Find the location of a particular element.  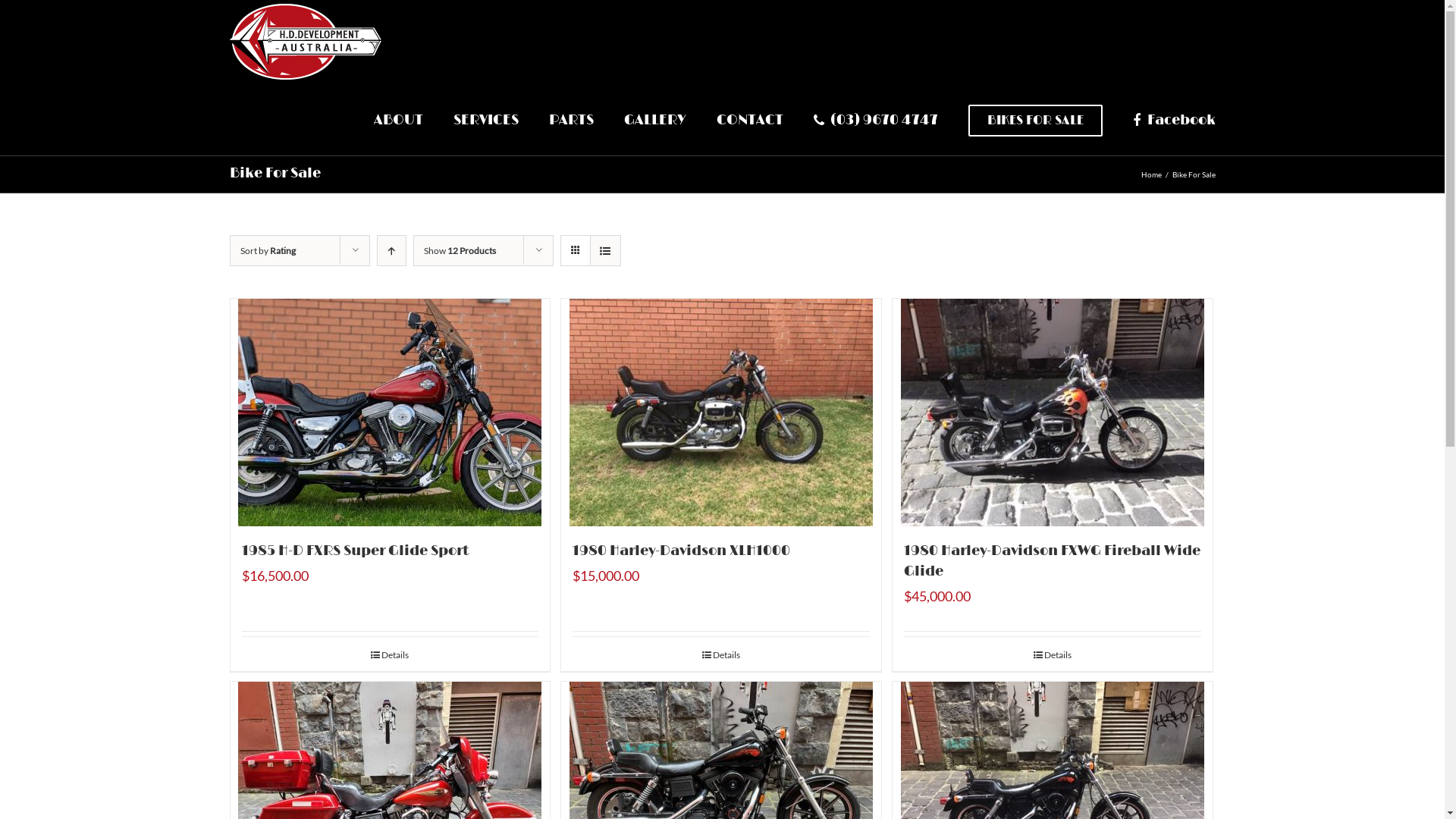

'Details' is located at coordinates (1051, 654).